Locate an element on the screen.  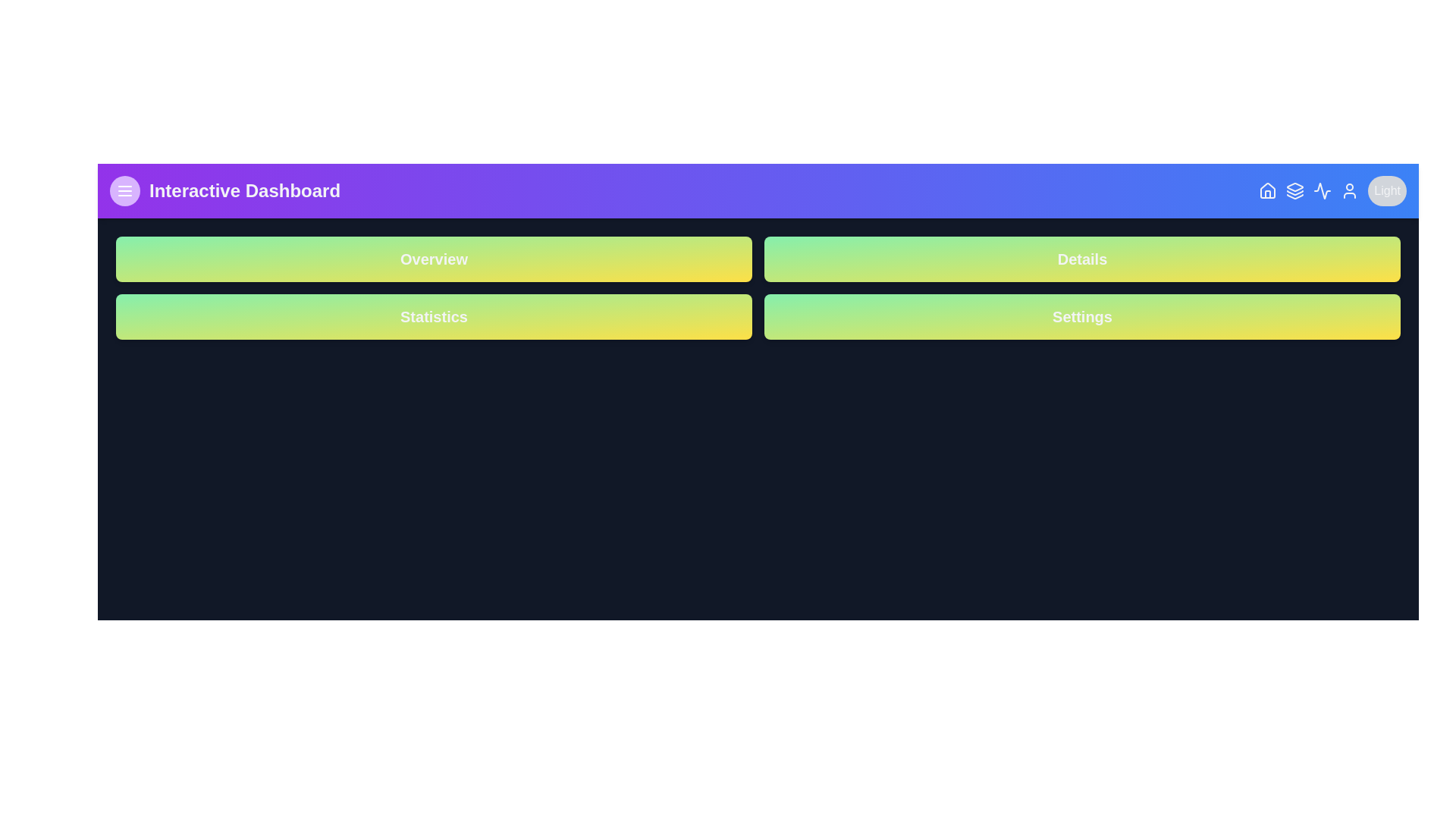
the button to navigate to the Statistics section is located at coordinates (433, 315).